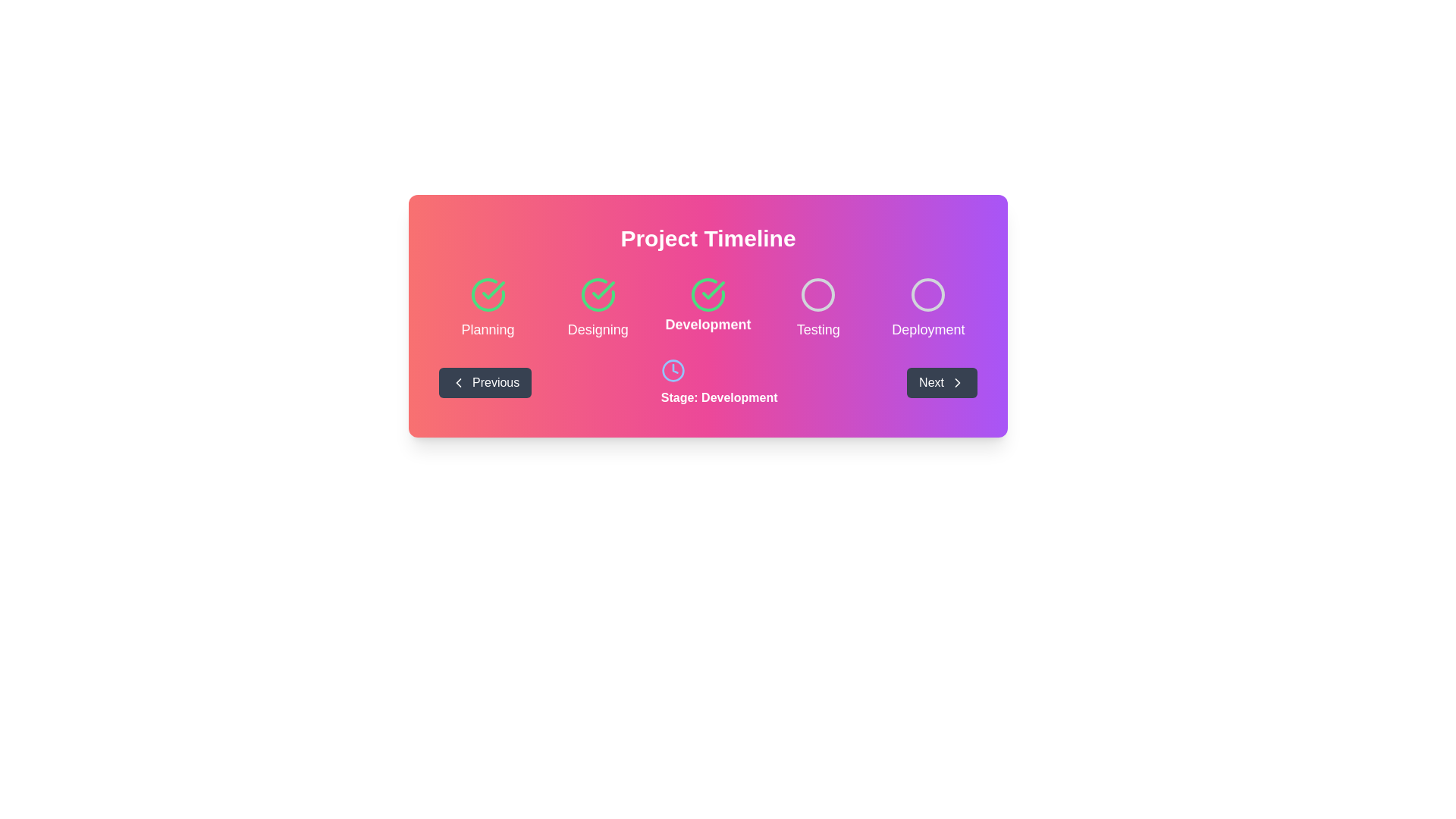  What do you see at coordinates (602, 290) in the screenshot?
I see `the second checkmark icon indicating the completion of the 'Designing' step in the project timeline` at bounding box center [602, 290].